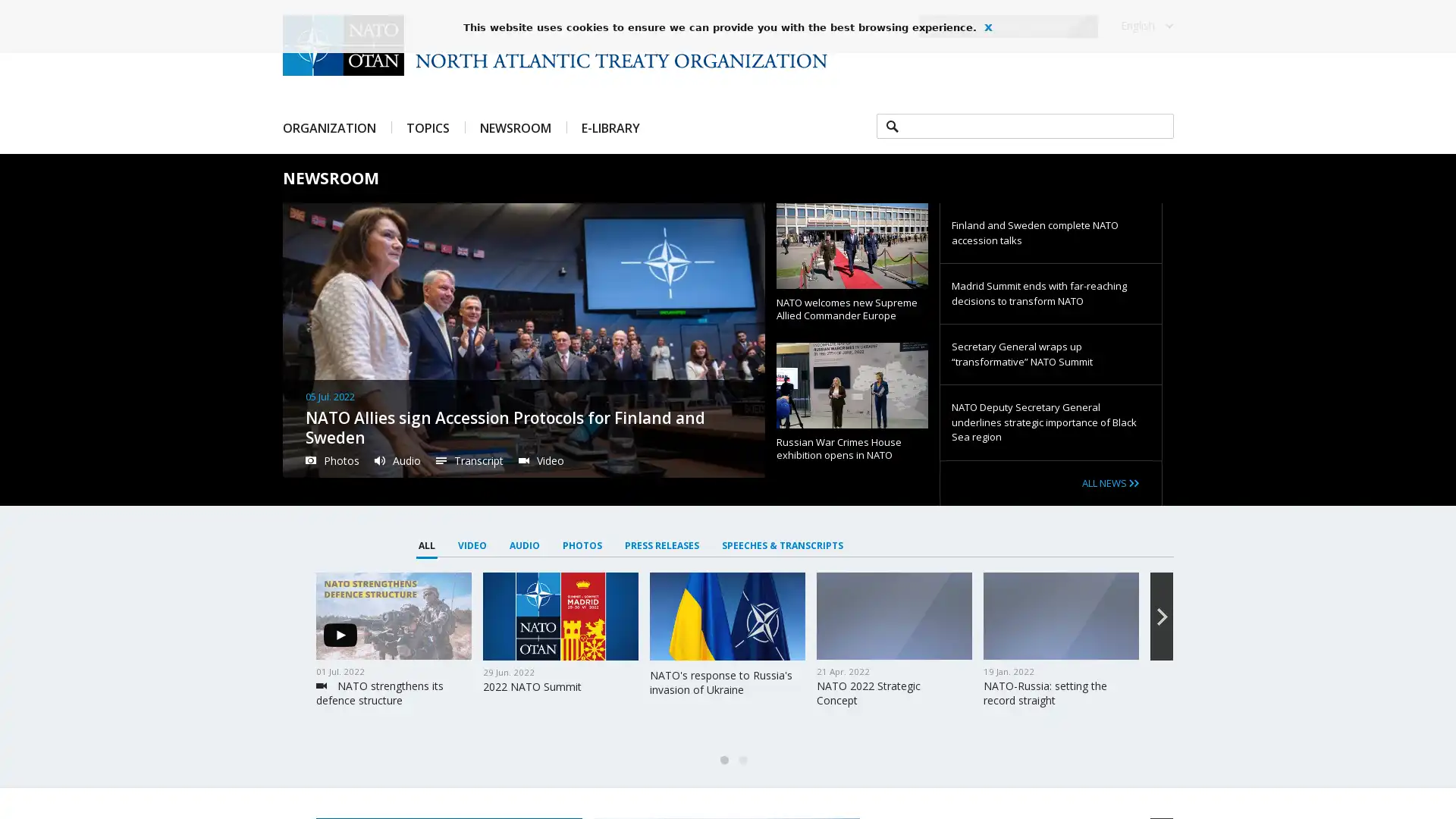 This screenshot has height=819, width=1456. I want to click on 1, so click(723, 760).